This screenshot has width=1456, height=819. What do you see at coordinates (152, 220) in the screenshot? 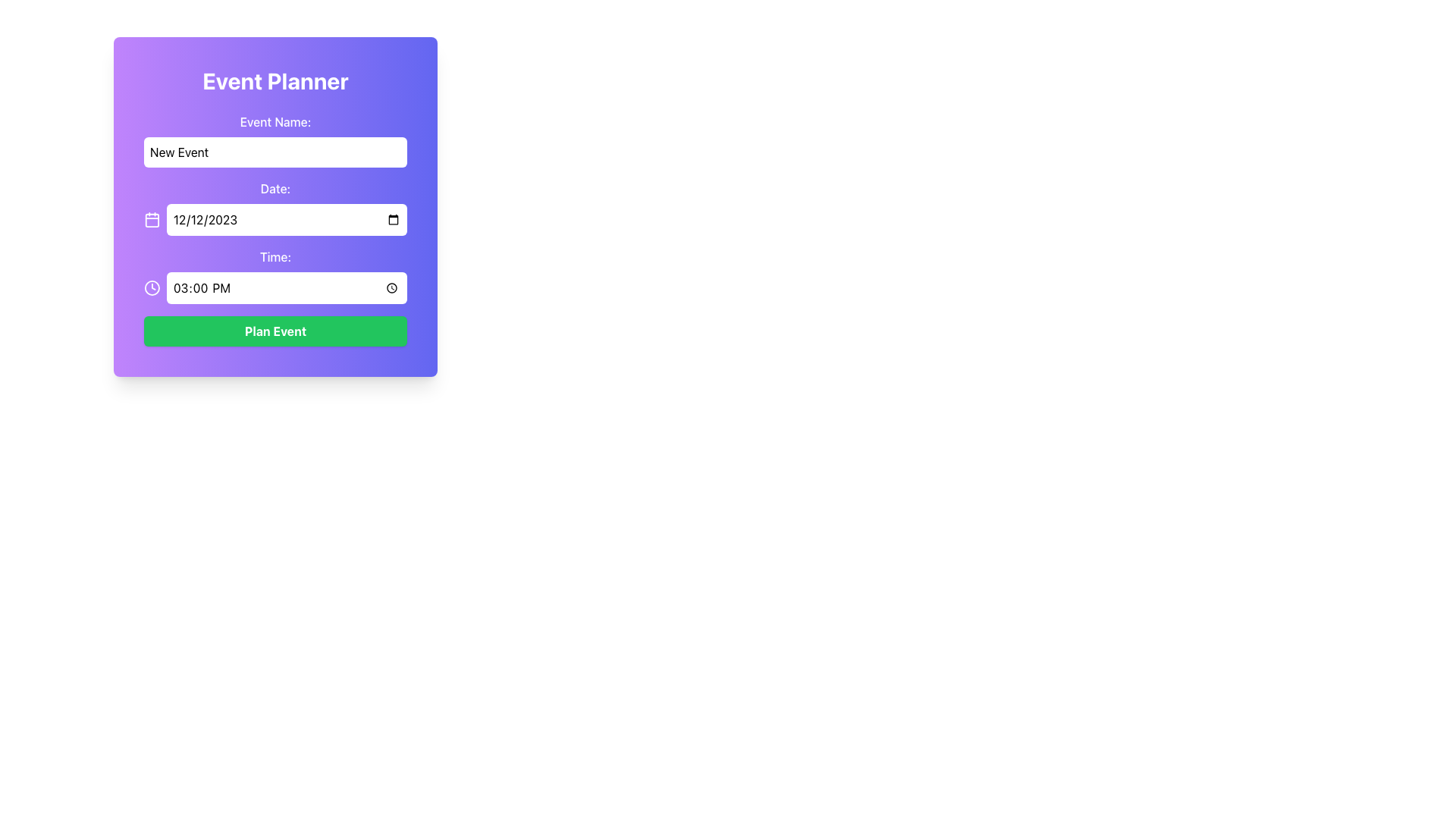
I see `the rounded rectangle area with a purple background located within the calendar icon, positioned to the leftmost side of the 'Date' input label` at bounding box center [152, 220].